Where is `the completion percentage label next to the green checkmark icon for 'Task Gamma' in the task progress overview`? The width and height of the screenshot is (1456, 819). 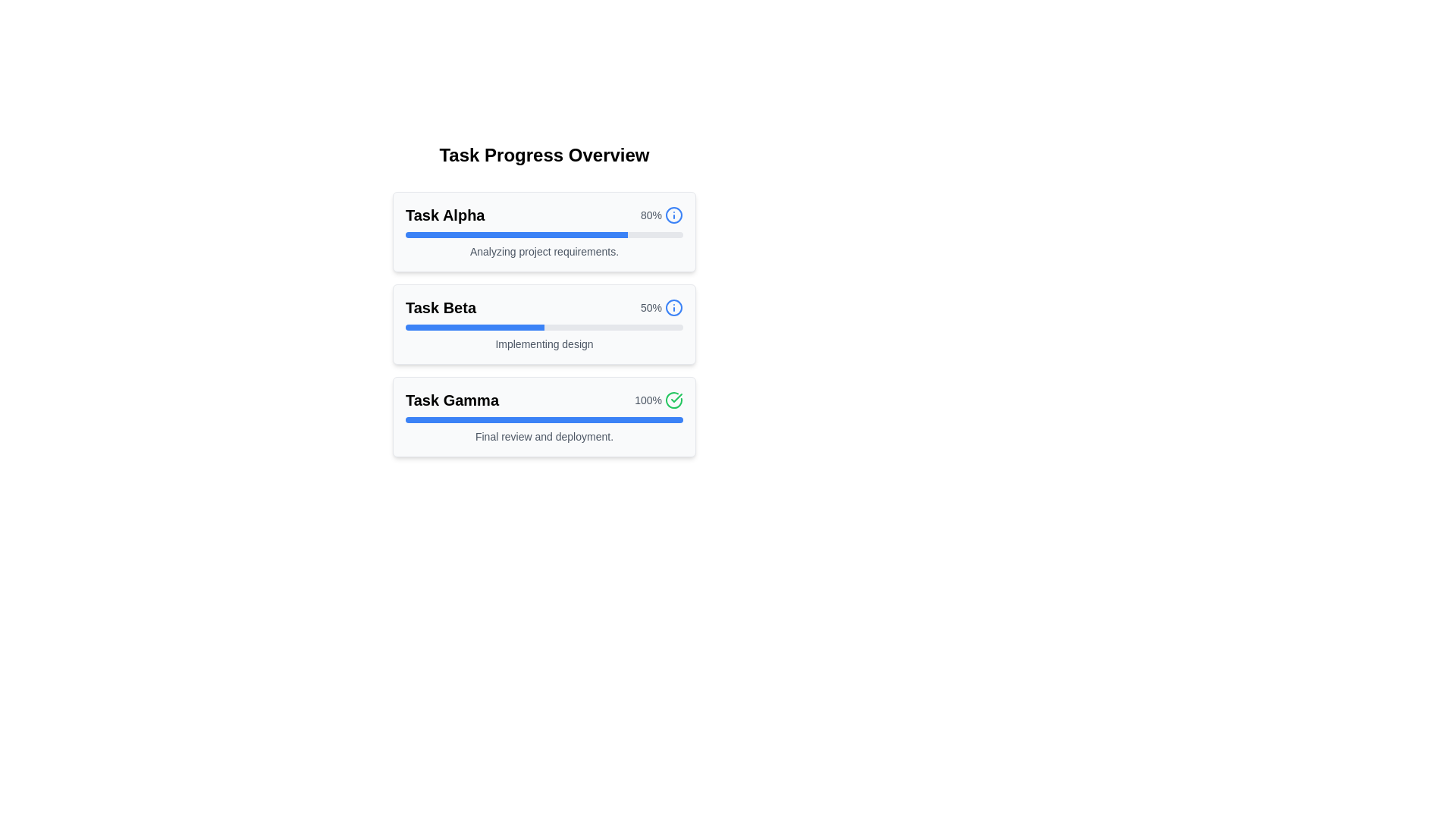
the completion percentage label next to the green checkmark icon for 'Task Gamma' in the task progress overview is located at coordinates (648, 400).